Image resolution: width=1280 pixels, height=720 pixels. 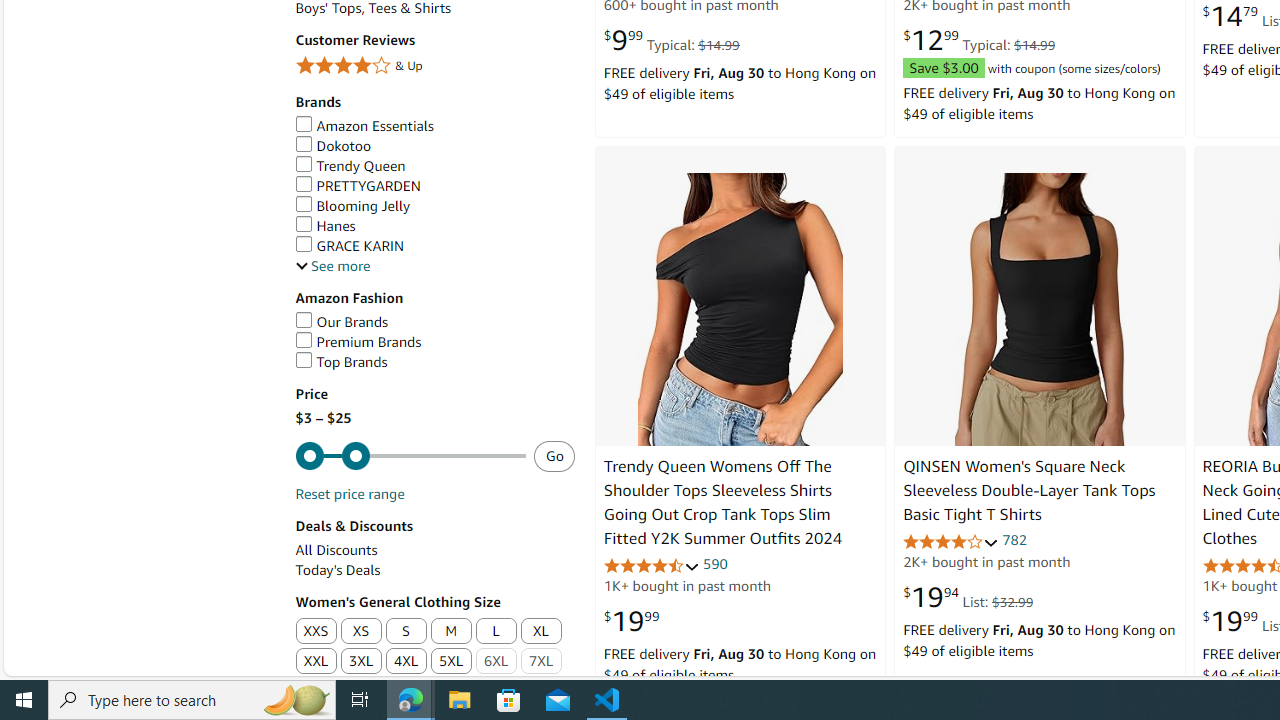 What do you see at coordinates (406, 662) in the screenshot?
I see `'4XL'` at bounding box center [406, 662].